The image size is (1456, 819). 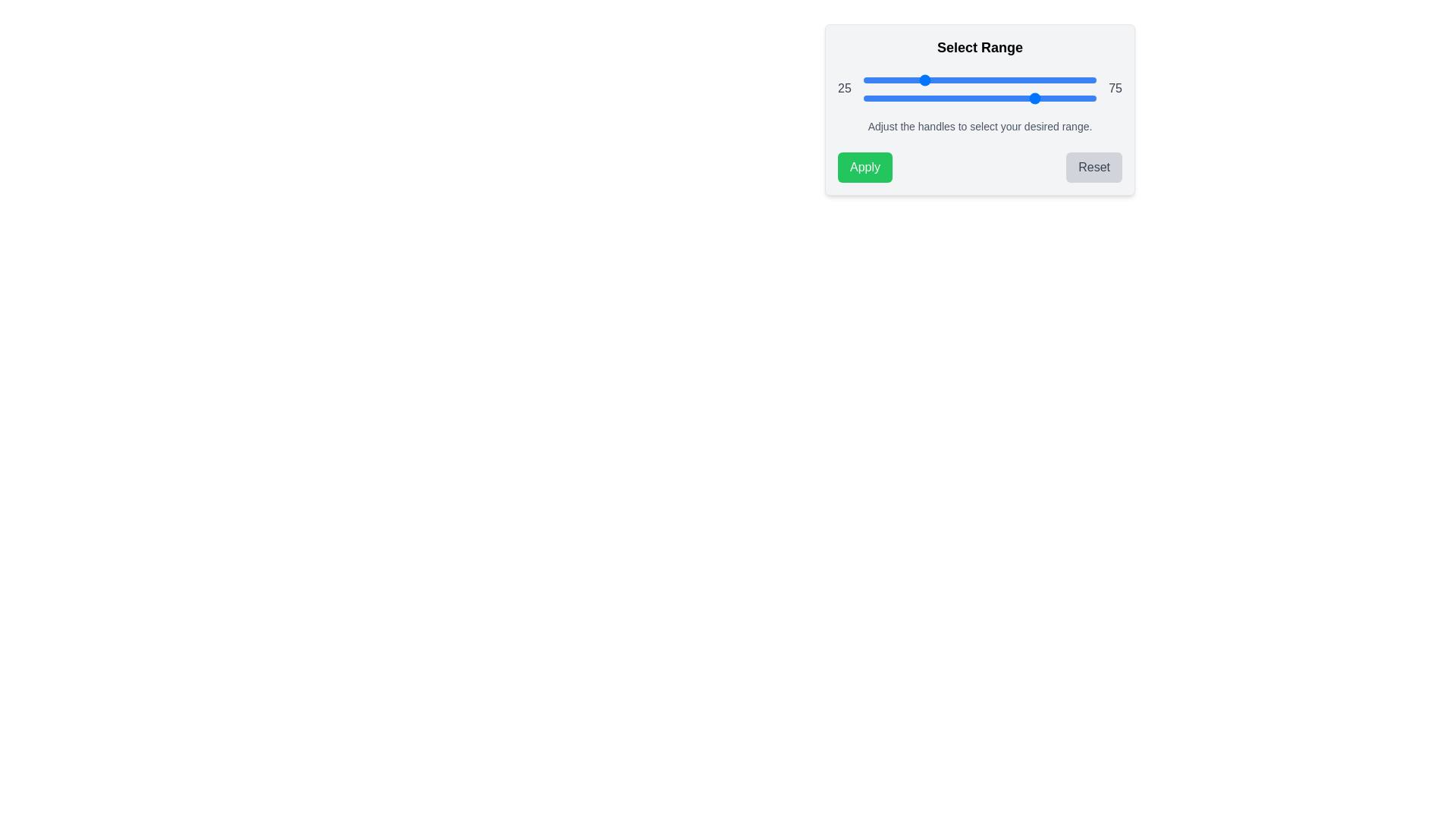 What do you see at coordinates (865, 99) in the screenshot?
I see `the slider value` at bounding box center [865, 99].